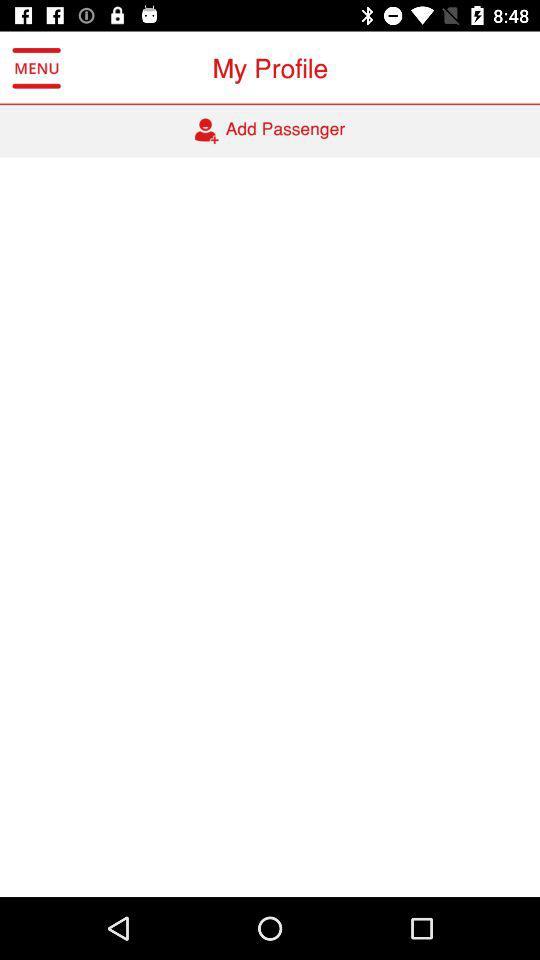 Image resolution: width=540 pixels, height=960 pixels. I want to click on add passenger item, so click(270, 130).